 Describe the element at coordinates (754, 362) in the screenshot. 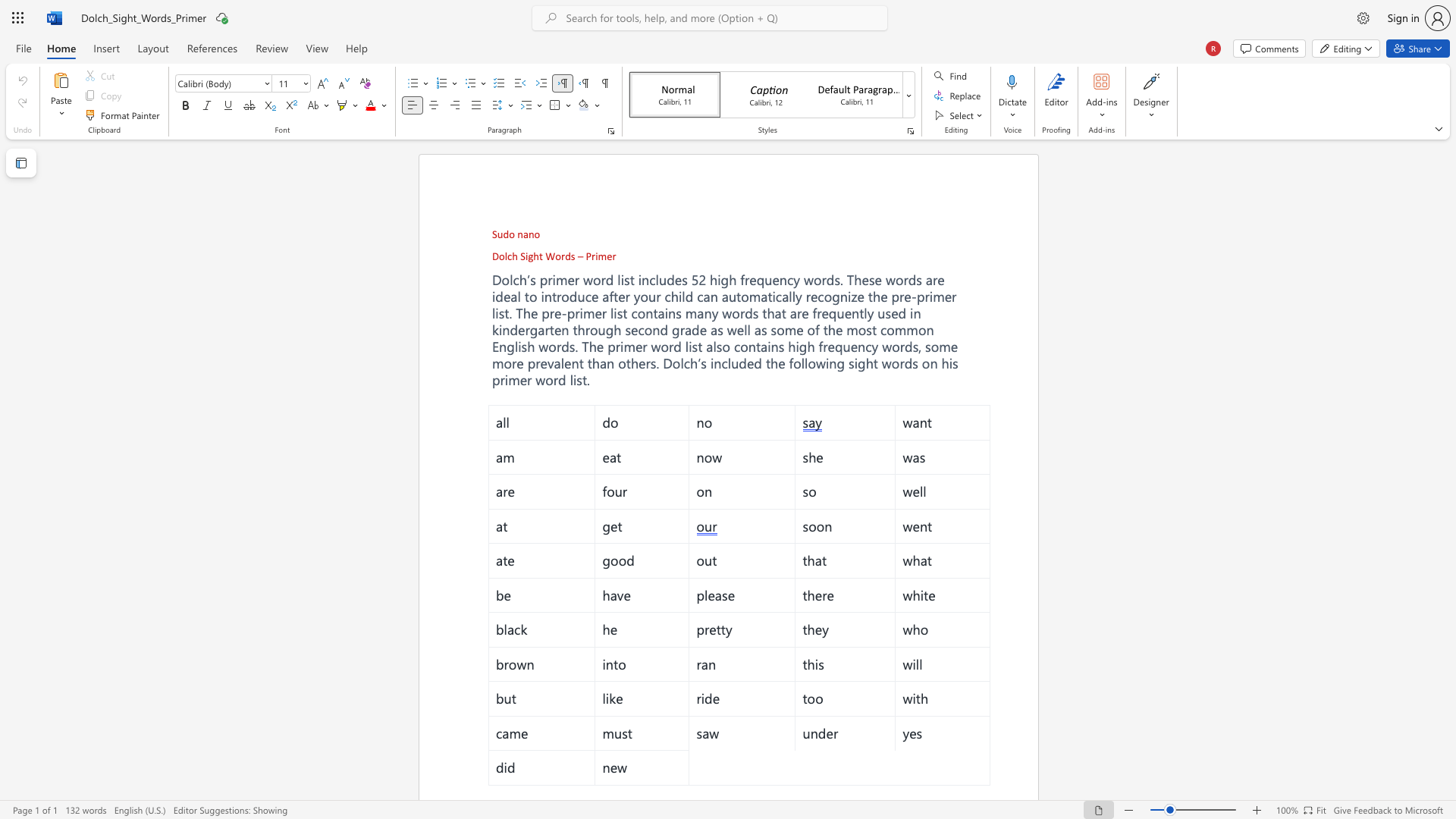

I see `the subset text "d the fo" within the text "high frequency words, some more prevalent than others. Dolch’s included the following sight words on his primer word list."` at that location.